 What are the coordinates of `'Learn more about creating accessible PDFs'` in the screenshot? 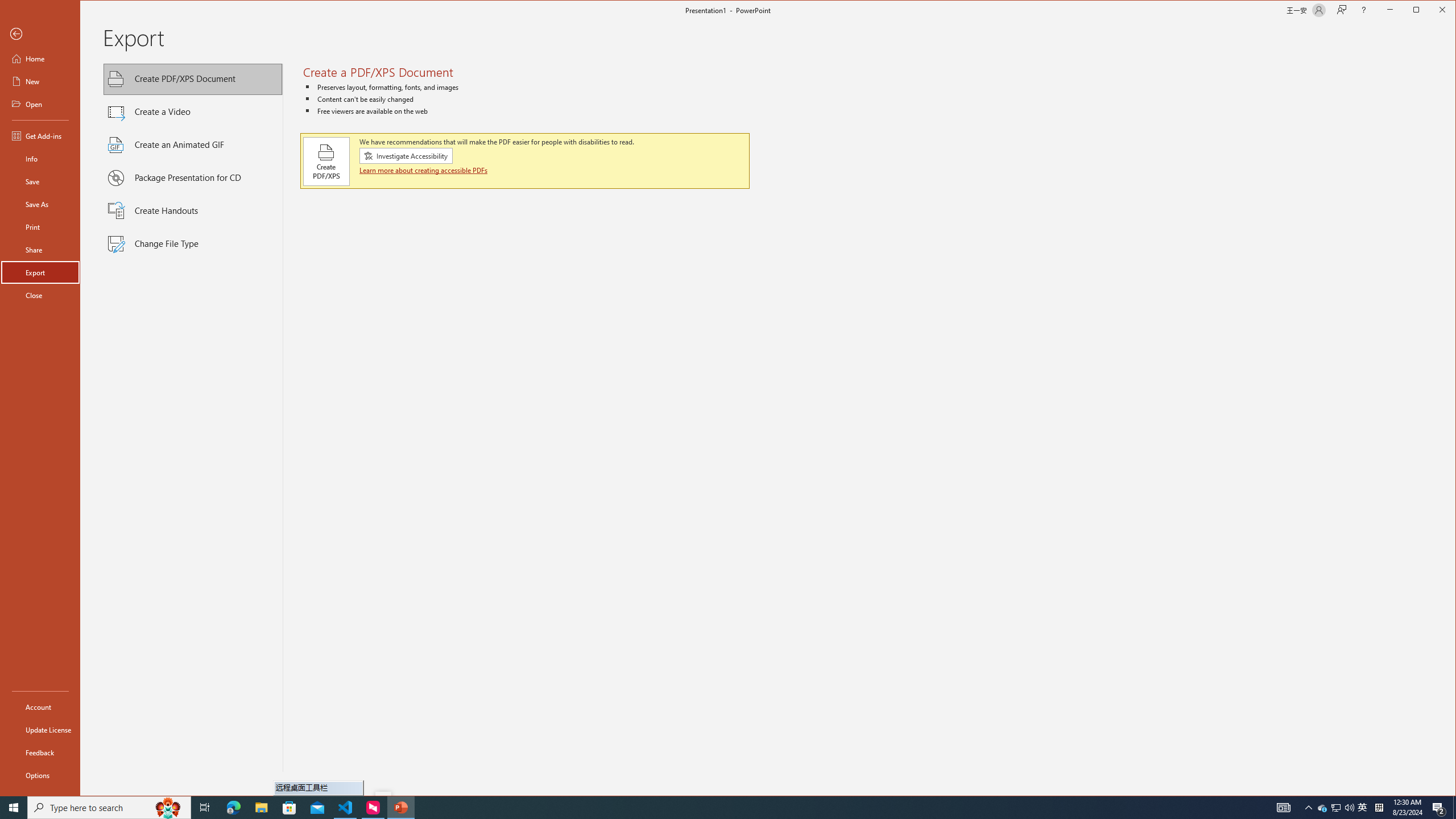 It's located at (424, 169).